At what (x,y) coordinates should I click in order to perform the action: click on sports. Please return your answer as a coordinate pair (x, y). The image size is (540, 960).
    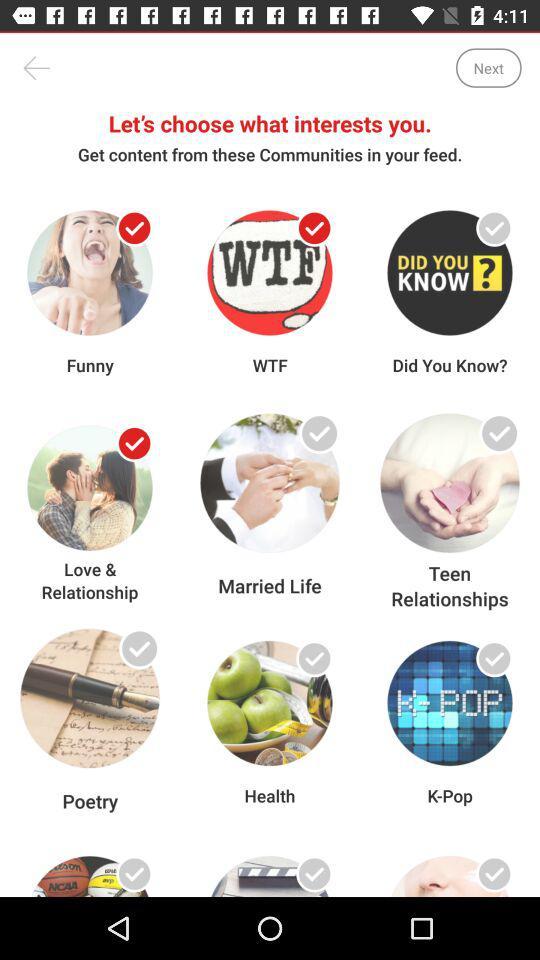
    Looking at the image, I should click on (134, 873).